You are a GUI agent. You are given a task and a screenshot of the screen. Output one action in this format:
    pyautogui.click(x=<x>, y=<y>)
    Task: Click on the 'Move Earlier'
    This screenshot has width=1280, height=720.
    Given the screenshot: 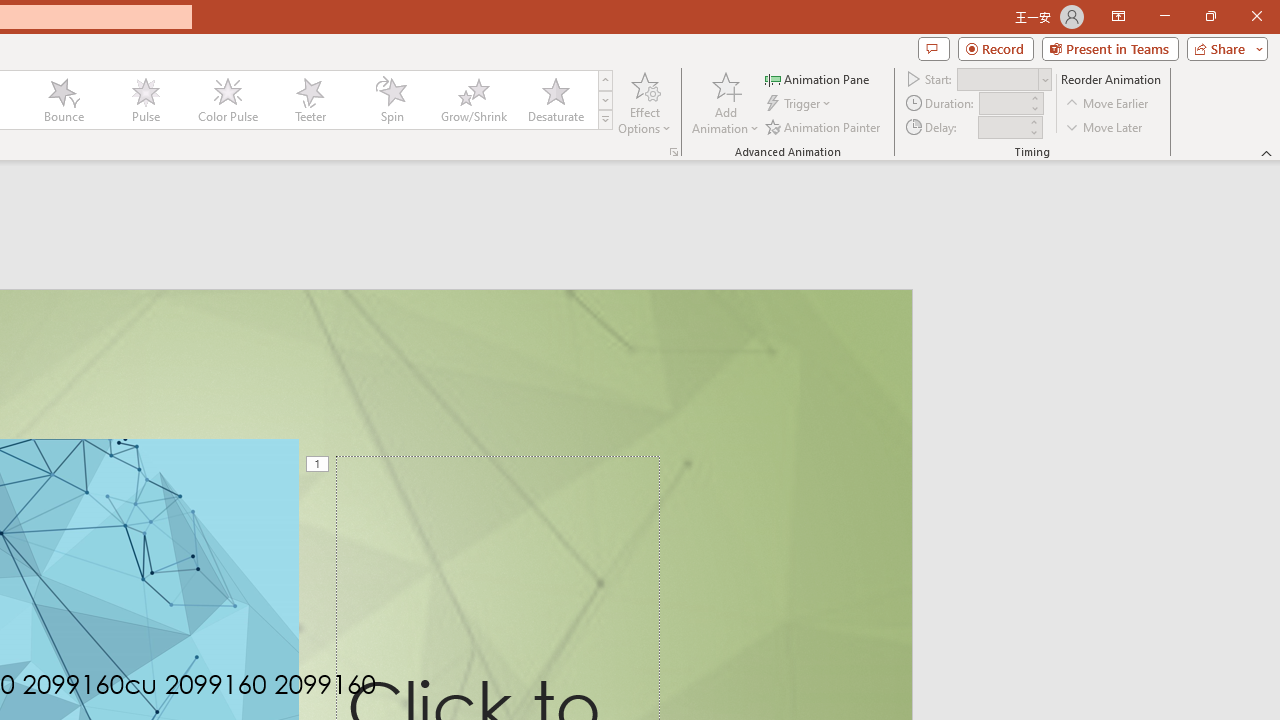 What is the action you would take?
    pyautogui.click(x=1106, y=103)
    